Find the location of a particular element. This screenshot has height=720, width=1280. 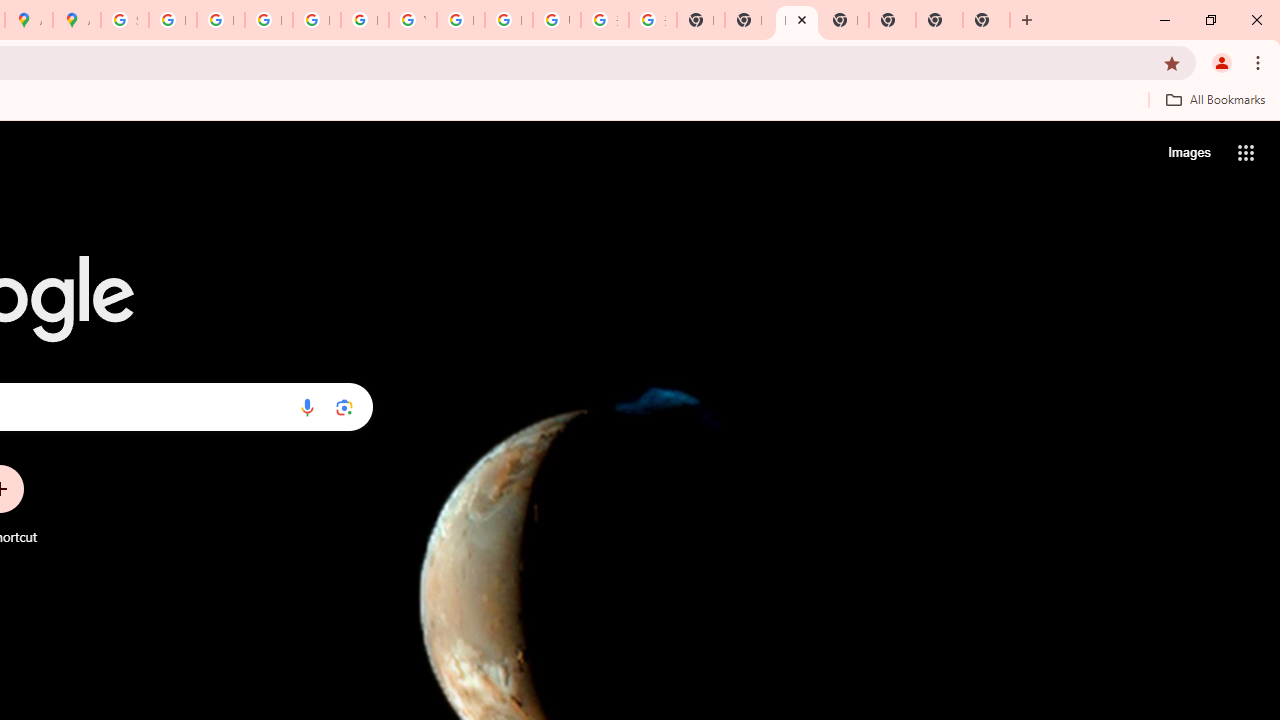

'Search for Images ' is located at coordinates (1189, 152).